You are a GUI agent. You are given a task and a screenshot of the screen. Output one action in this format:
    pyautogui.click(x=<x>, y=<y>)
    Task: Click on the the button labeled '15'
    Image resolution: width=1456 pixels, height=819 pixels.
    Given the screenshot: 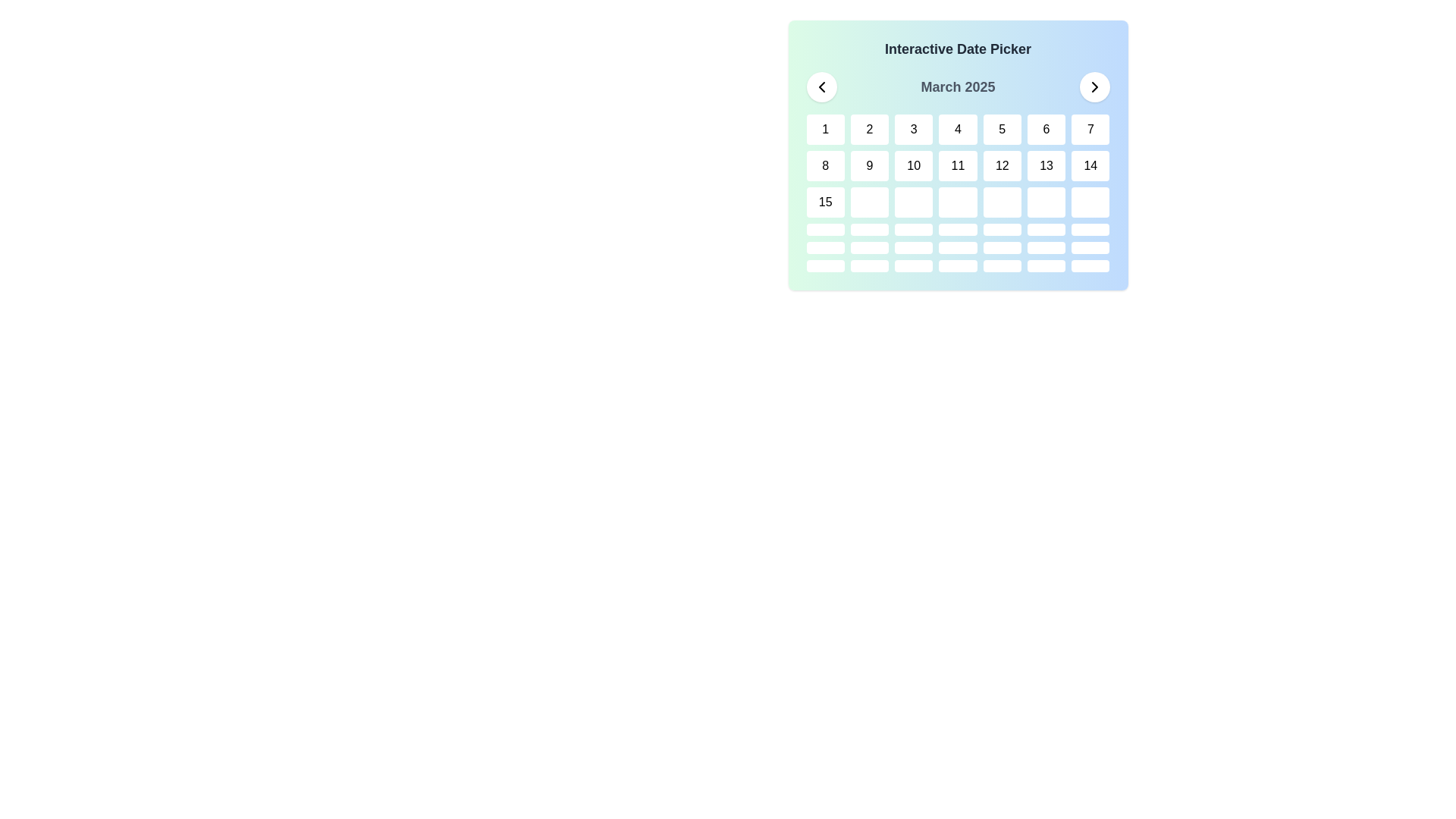 What is the action you would take?
    pyautogui.click(x=824, y=201)
    